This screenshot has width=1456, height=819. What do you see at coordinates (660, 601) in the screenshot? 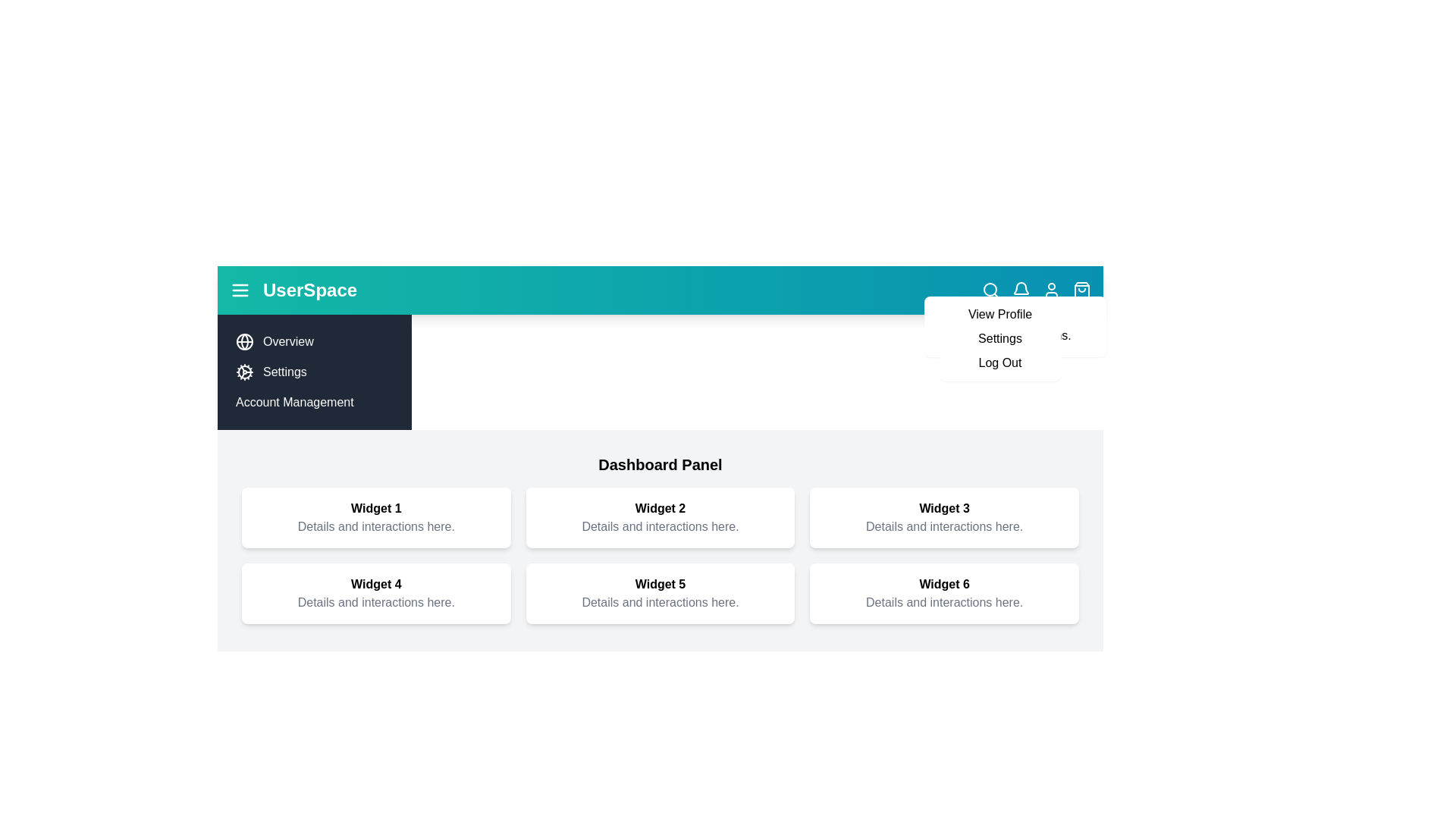
I see `the text label displaying 'Details and interactions here.' located under the bold title 'Widget 5' in the middle column of the bottom row of a grid layout` at bounding box center [660, 601].